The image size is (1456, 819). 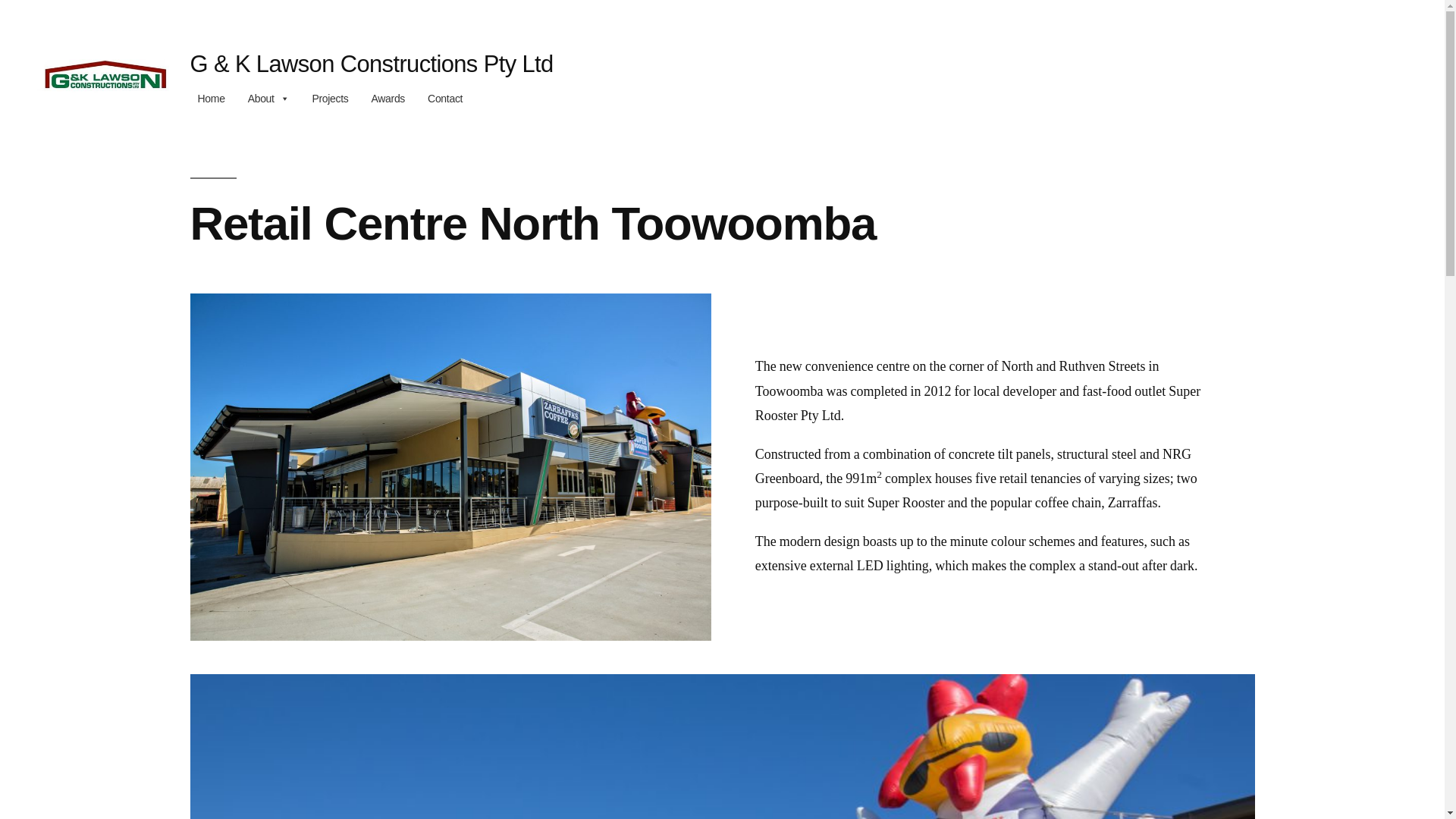 I want to click on 'Contact', so click(x=444, y=99).